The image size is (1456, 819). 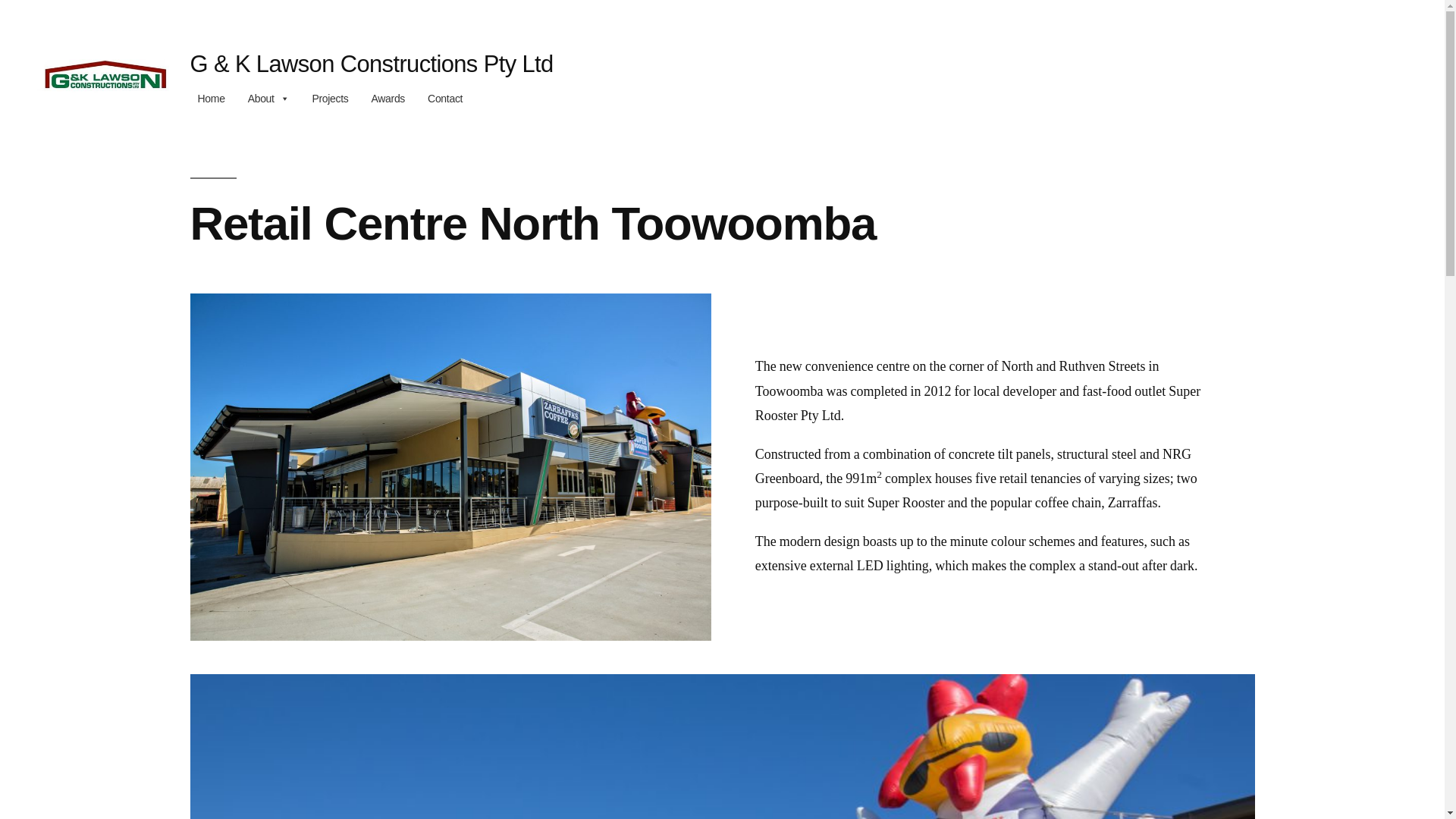 I want to click on 'Contact', so click(x=444, y=99).